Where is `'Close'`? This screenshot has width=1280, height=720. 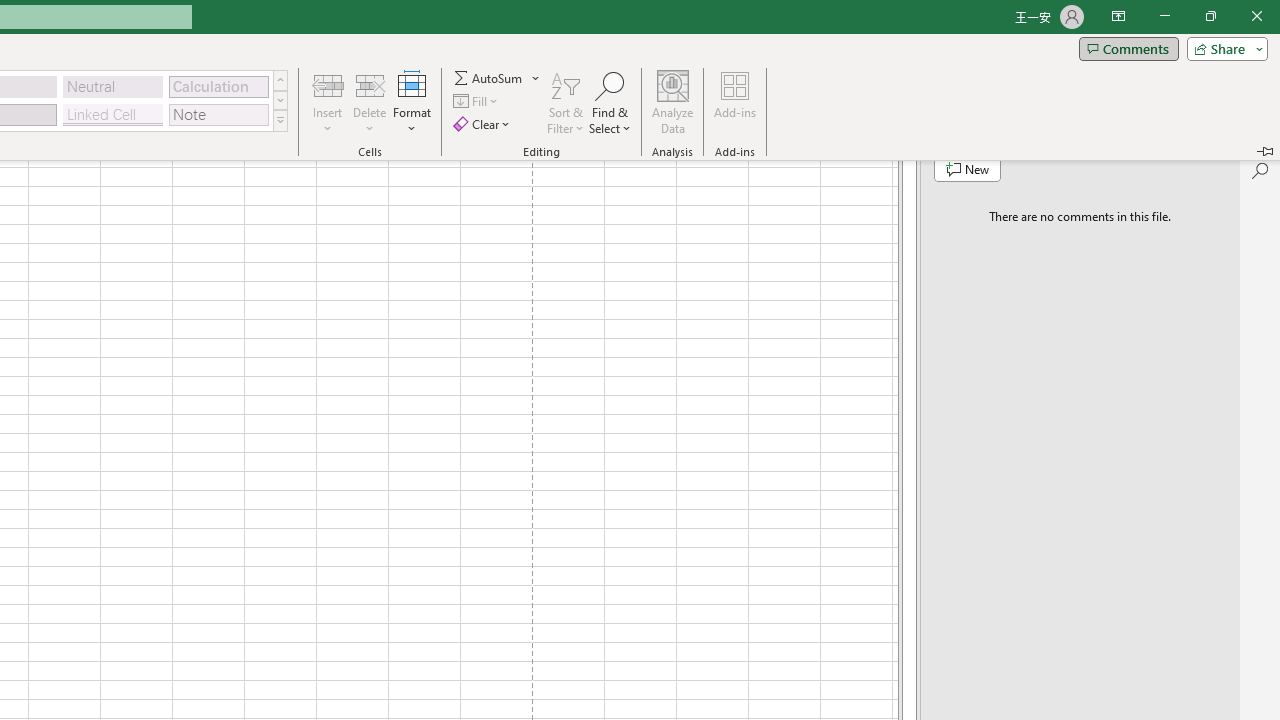 'Close' is located at coordinates (1255, 16).